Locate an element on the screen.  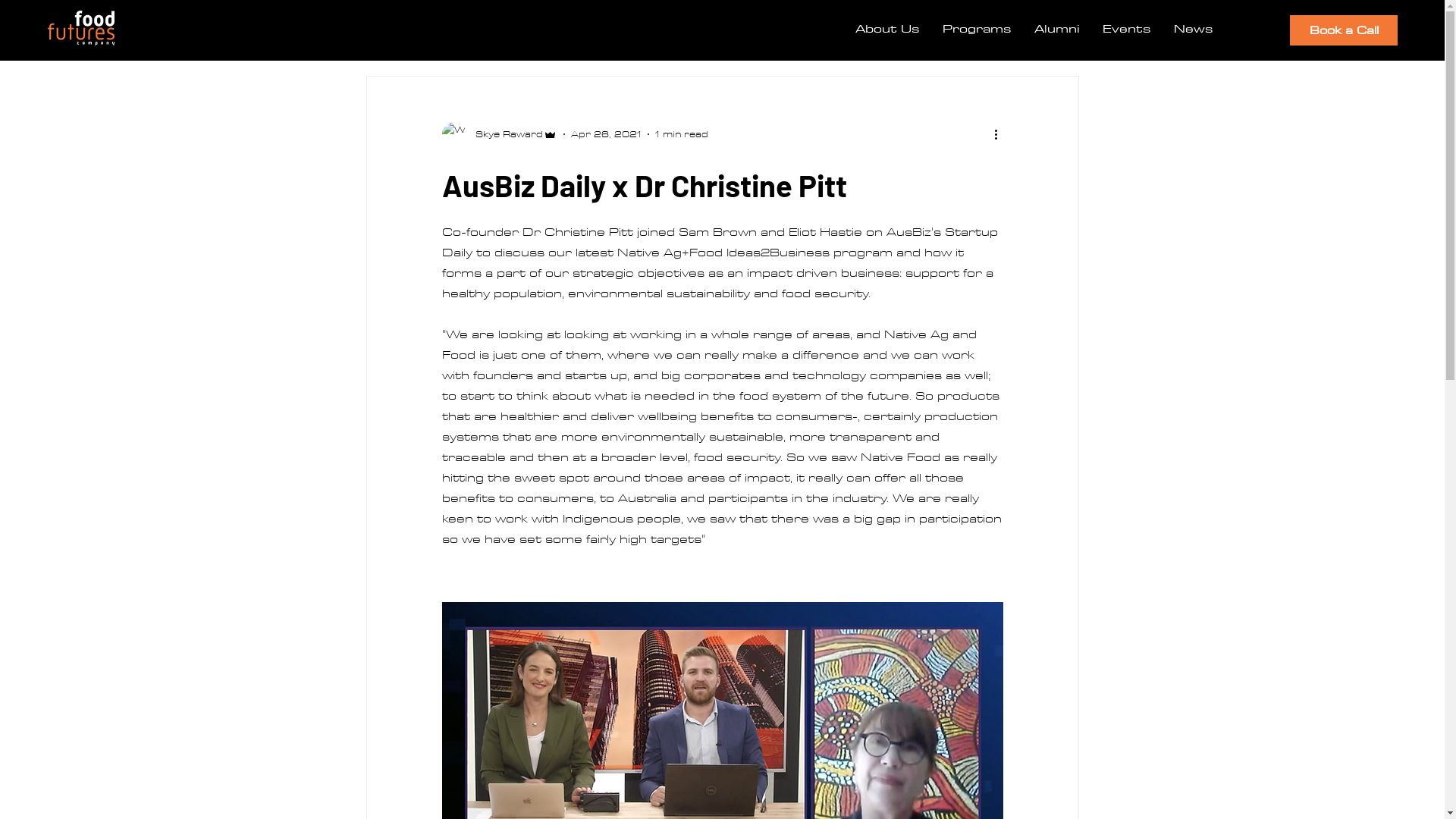
'News' is located at coordinates (1193, 28).